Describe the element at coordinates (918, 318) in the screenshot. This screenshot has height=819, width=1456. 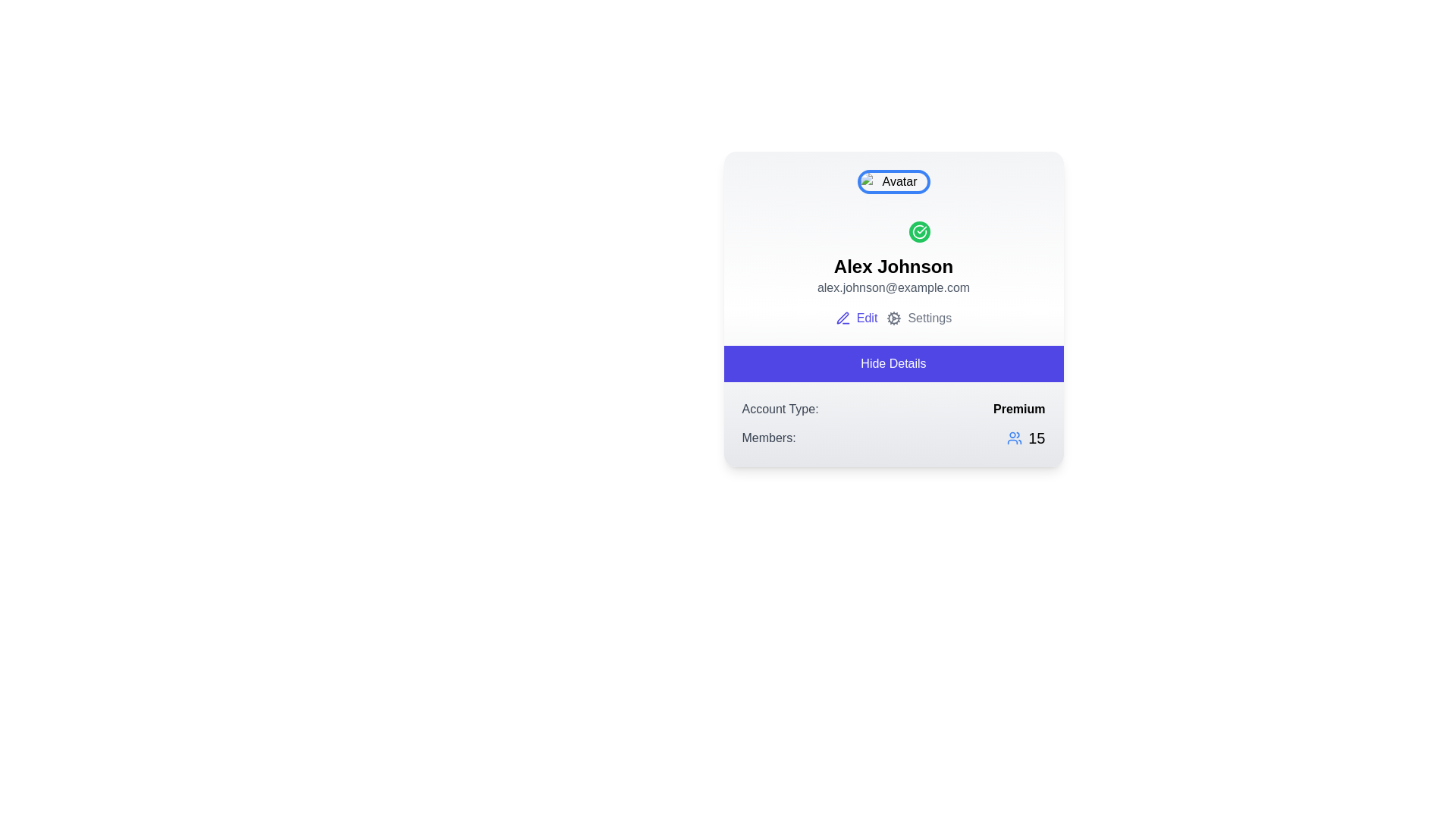
I see `the settings button located beneath the user's name and email, positioned to the right of the 'Edit' option` at that location.